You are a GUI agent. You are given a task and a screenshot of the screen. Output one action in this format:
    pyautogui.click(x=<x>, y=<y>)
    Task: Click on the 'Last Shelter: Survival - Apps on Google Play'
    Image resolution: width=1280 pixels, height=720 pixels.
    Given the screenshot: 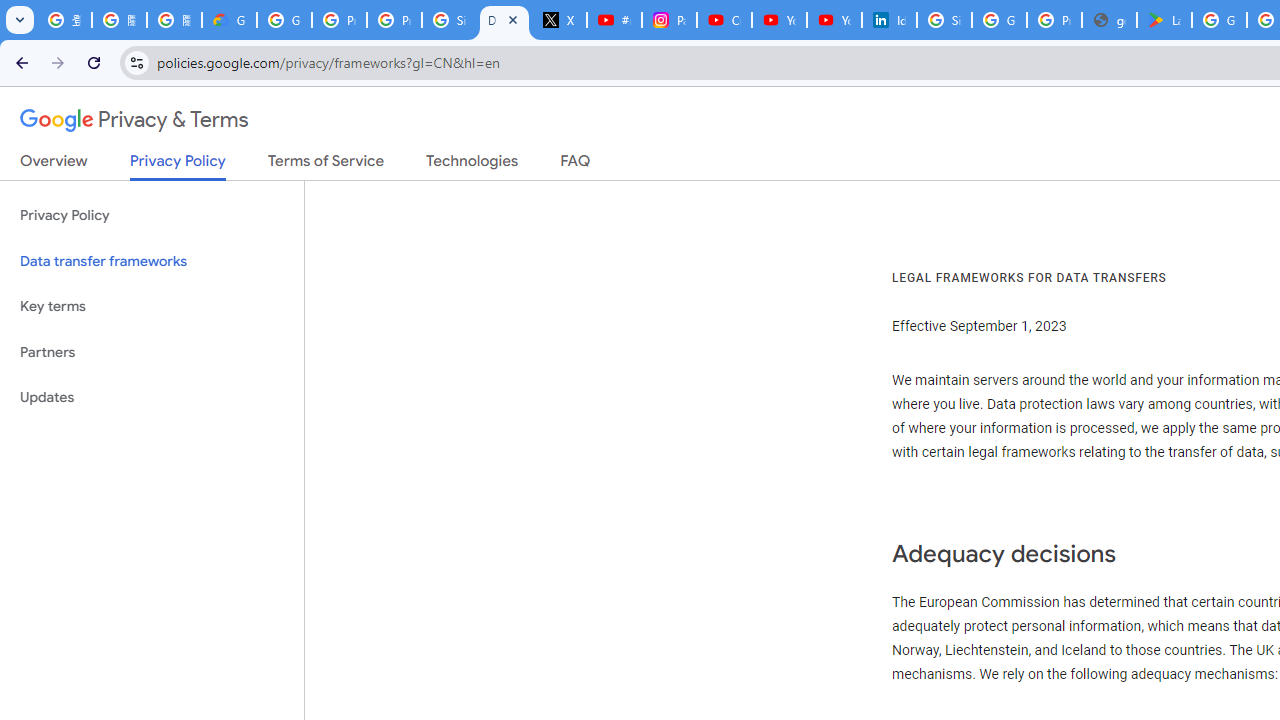 What is the action you would take?
    pyautogui.click(x=1164, y=20)
    